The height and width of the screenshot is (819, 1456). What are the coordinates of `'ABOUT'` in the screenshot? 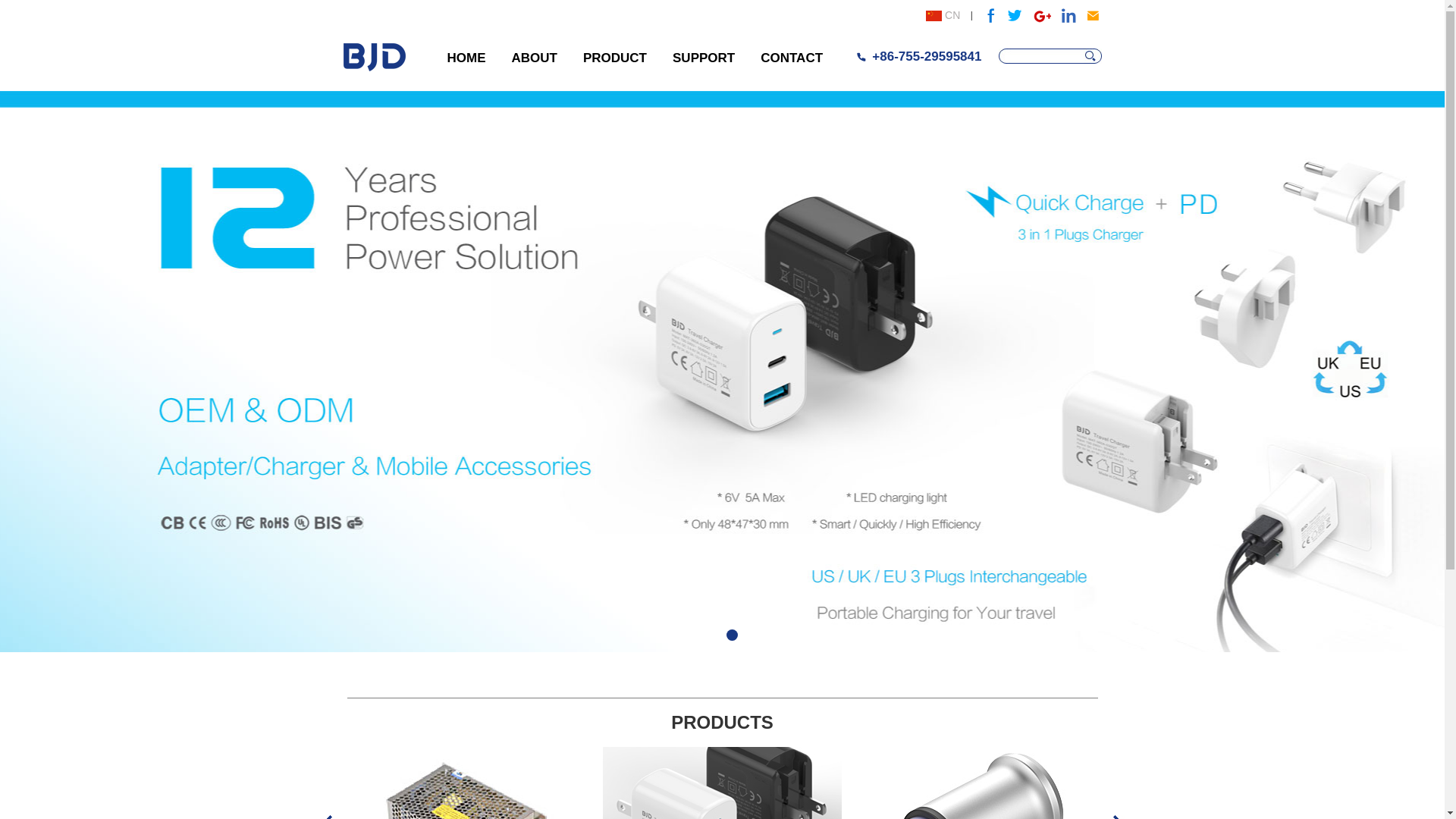 It's located at (535, 58).